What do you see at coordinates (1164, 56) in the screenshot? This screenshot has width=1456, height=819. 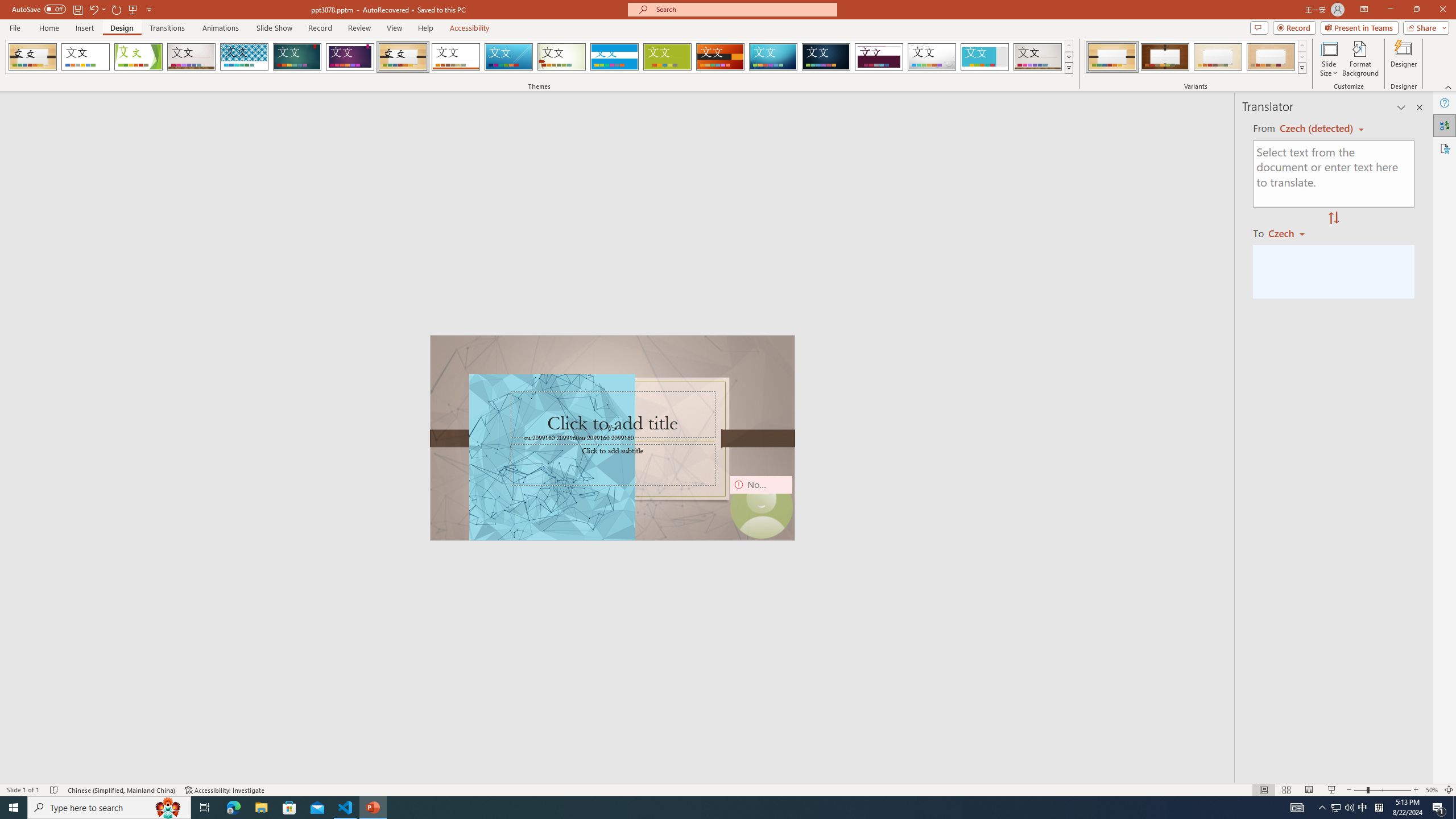 I see `'Organic Variant 2'` at bounding box center [1164, 56].